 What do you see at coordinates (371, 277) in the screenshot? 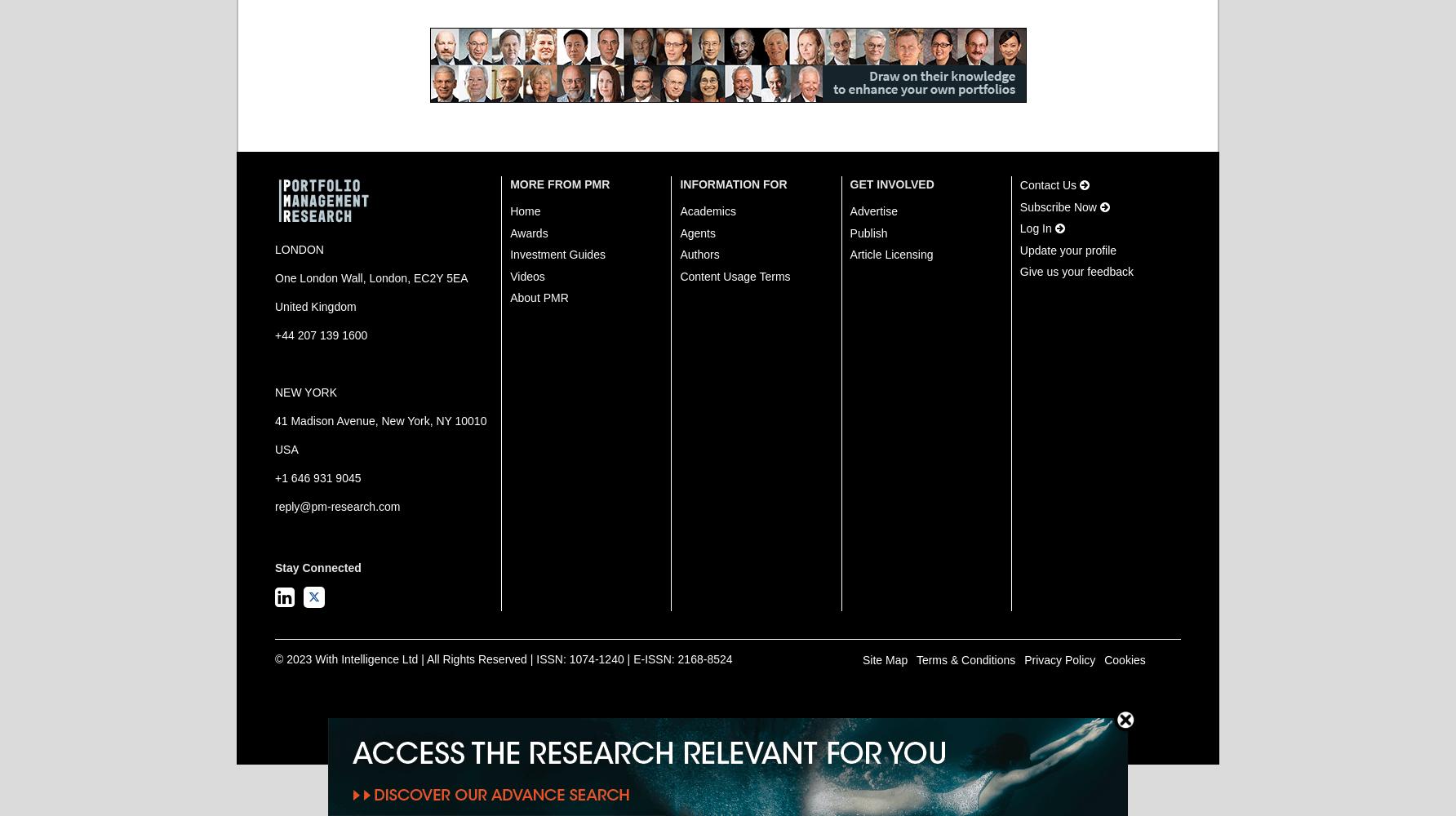
I see `'One London Wall, London, EC2Y 5EA'` at bounding box center [371, 277].